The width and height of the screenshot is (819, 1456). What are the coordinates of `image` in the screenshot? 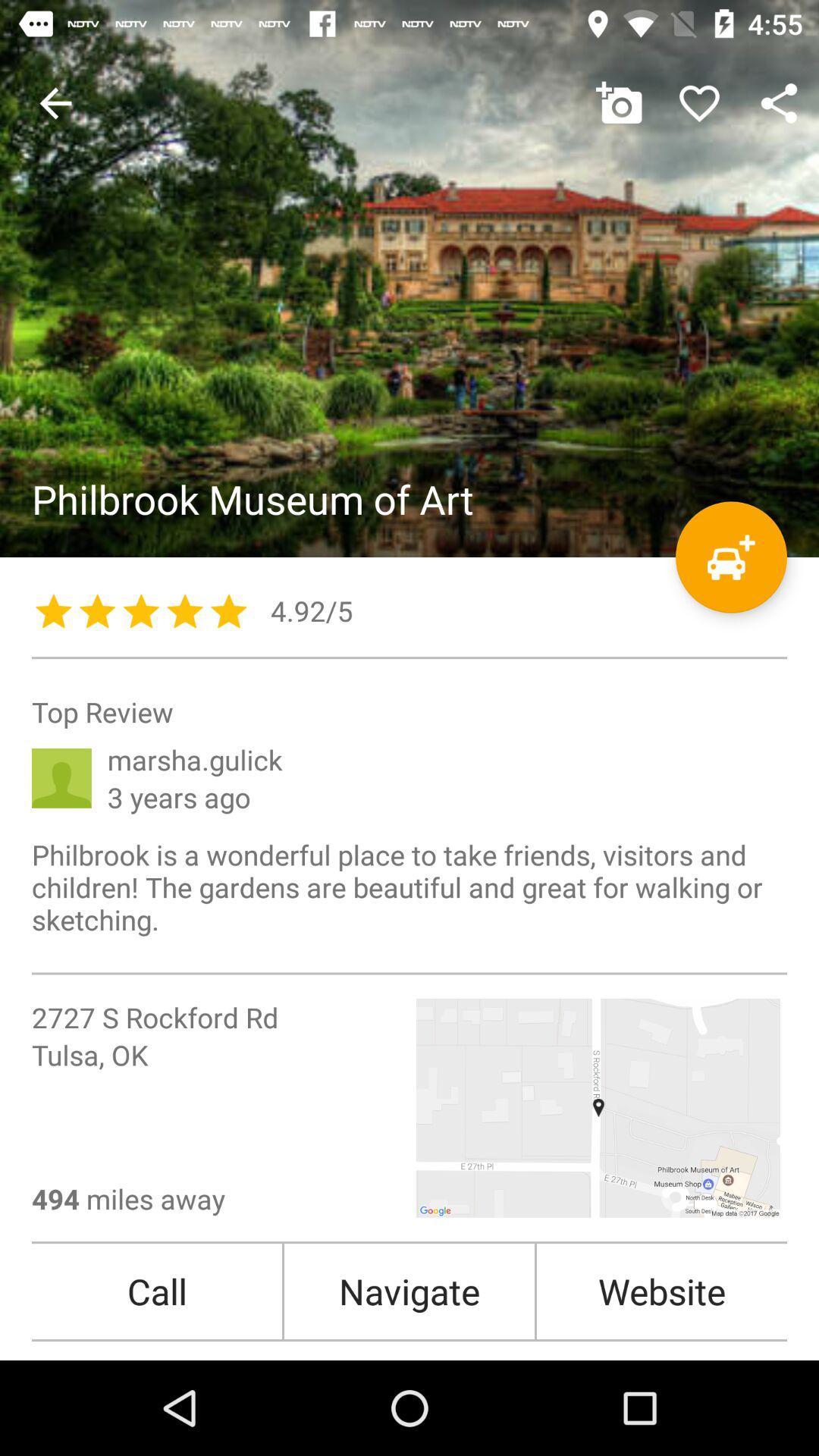 It's located at (409, 278).